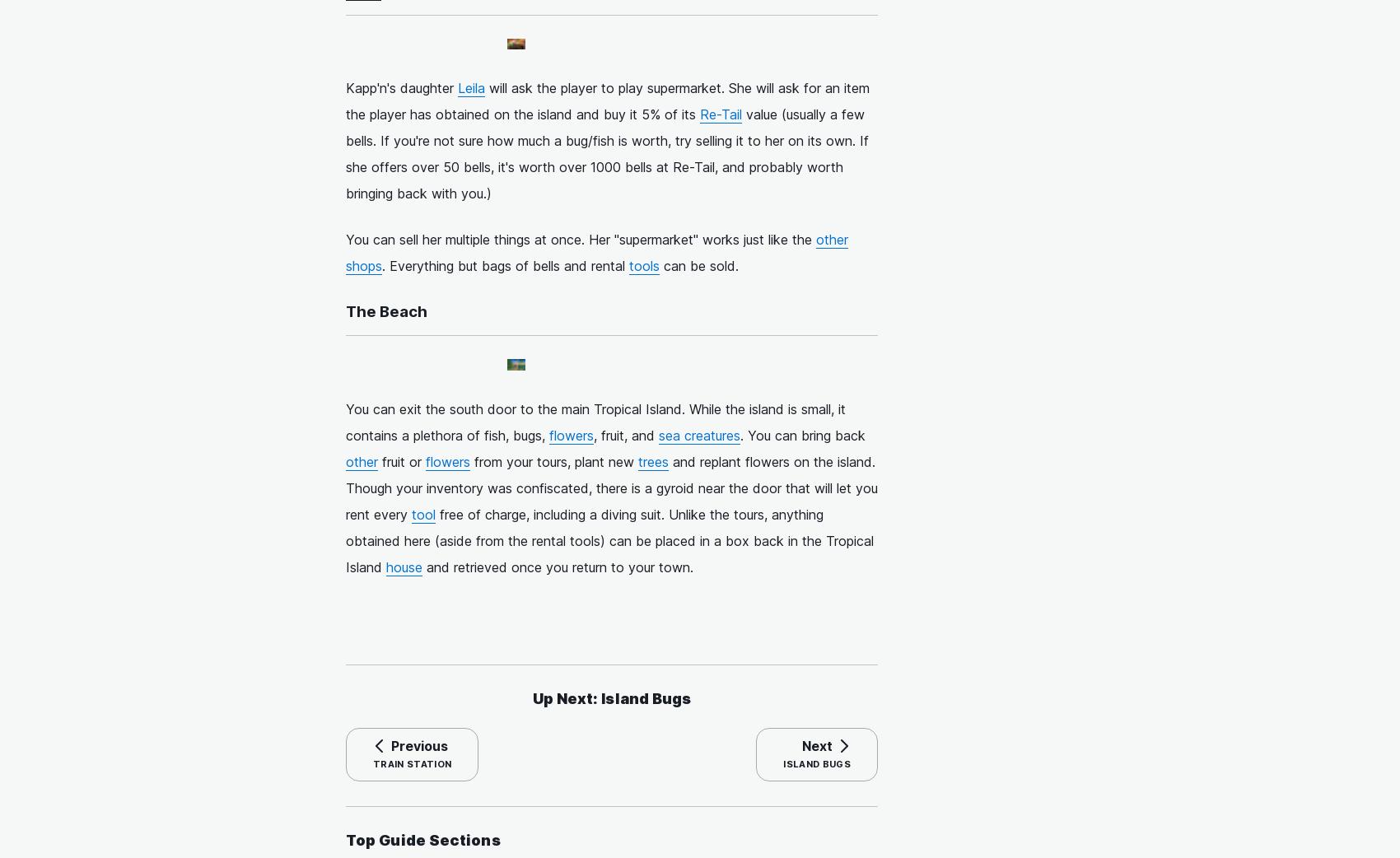  Describe the element at coordinates (419, 745) in the screenshot. I see `'Previous'` at that location.